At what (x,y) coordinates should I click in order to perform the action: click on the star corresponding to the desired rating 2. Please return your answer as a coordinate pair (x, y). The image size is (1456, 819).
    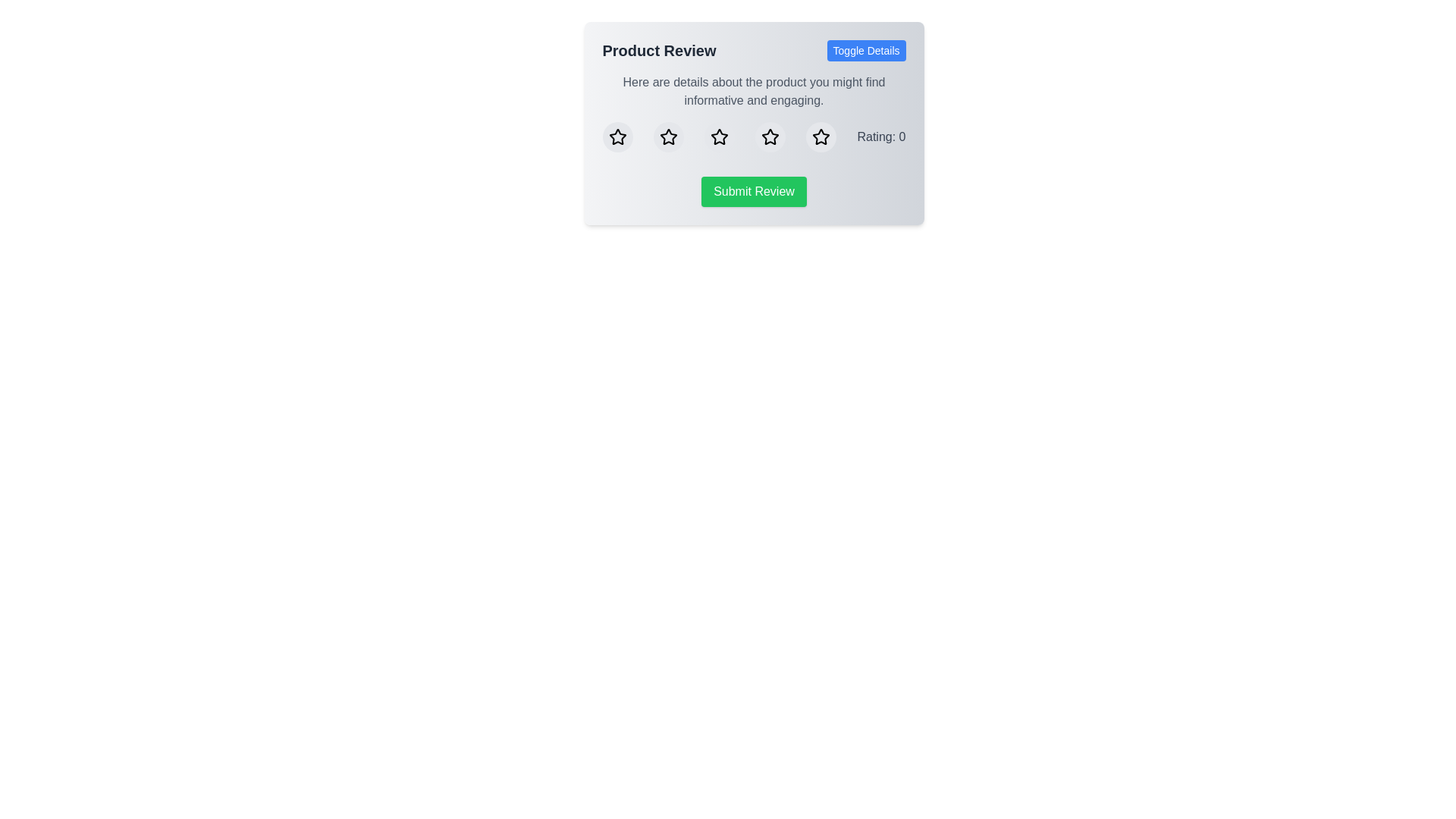
    Looking at the image, I should click on (667, 137).